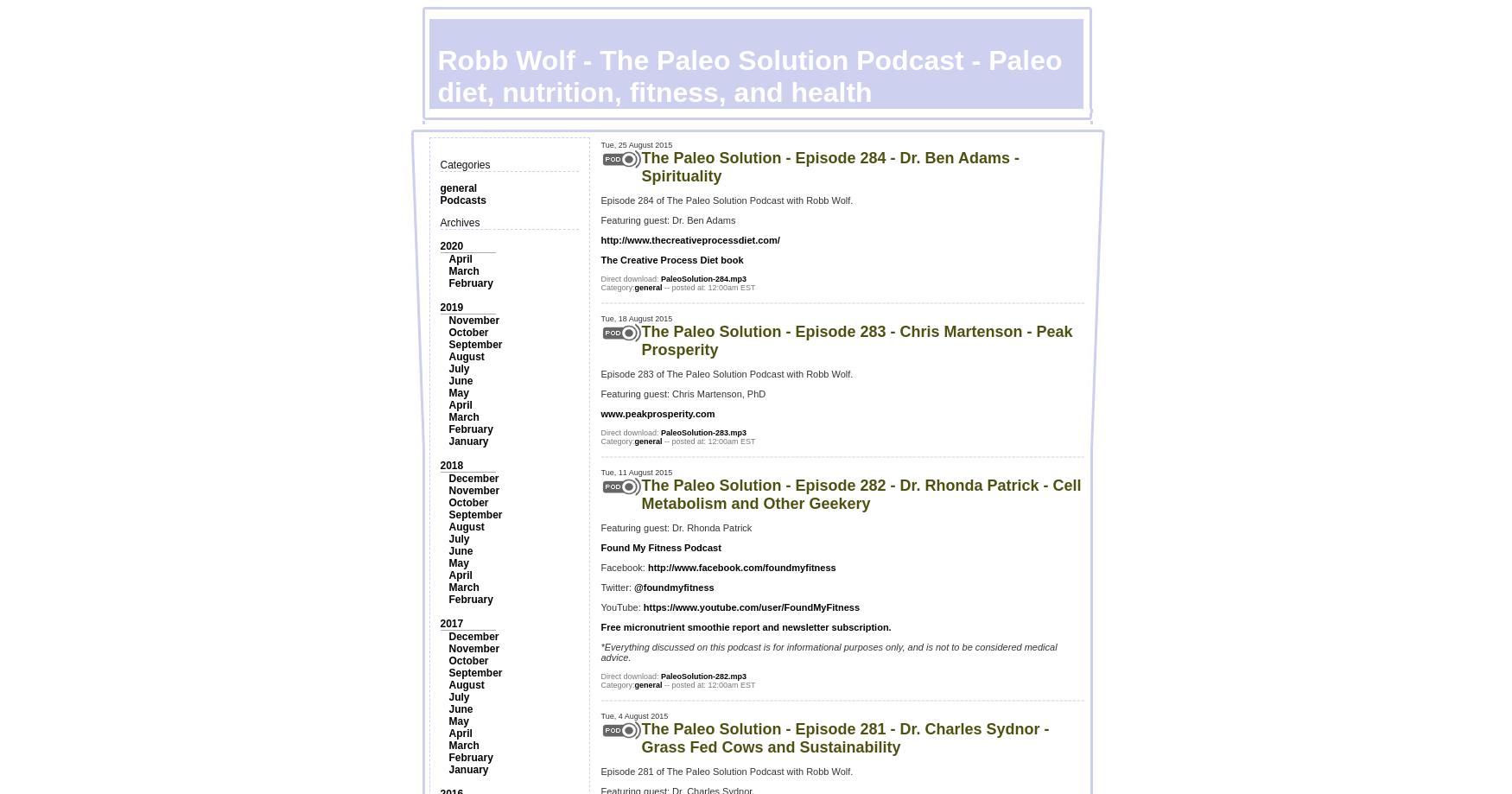  Describe the element at coordinates (600, 143) in the screenshot. I see `'Tue, 25 August 2015'` at that location.